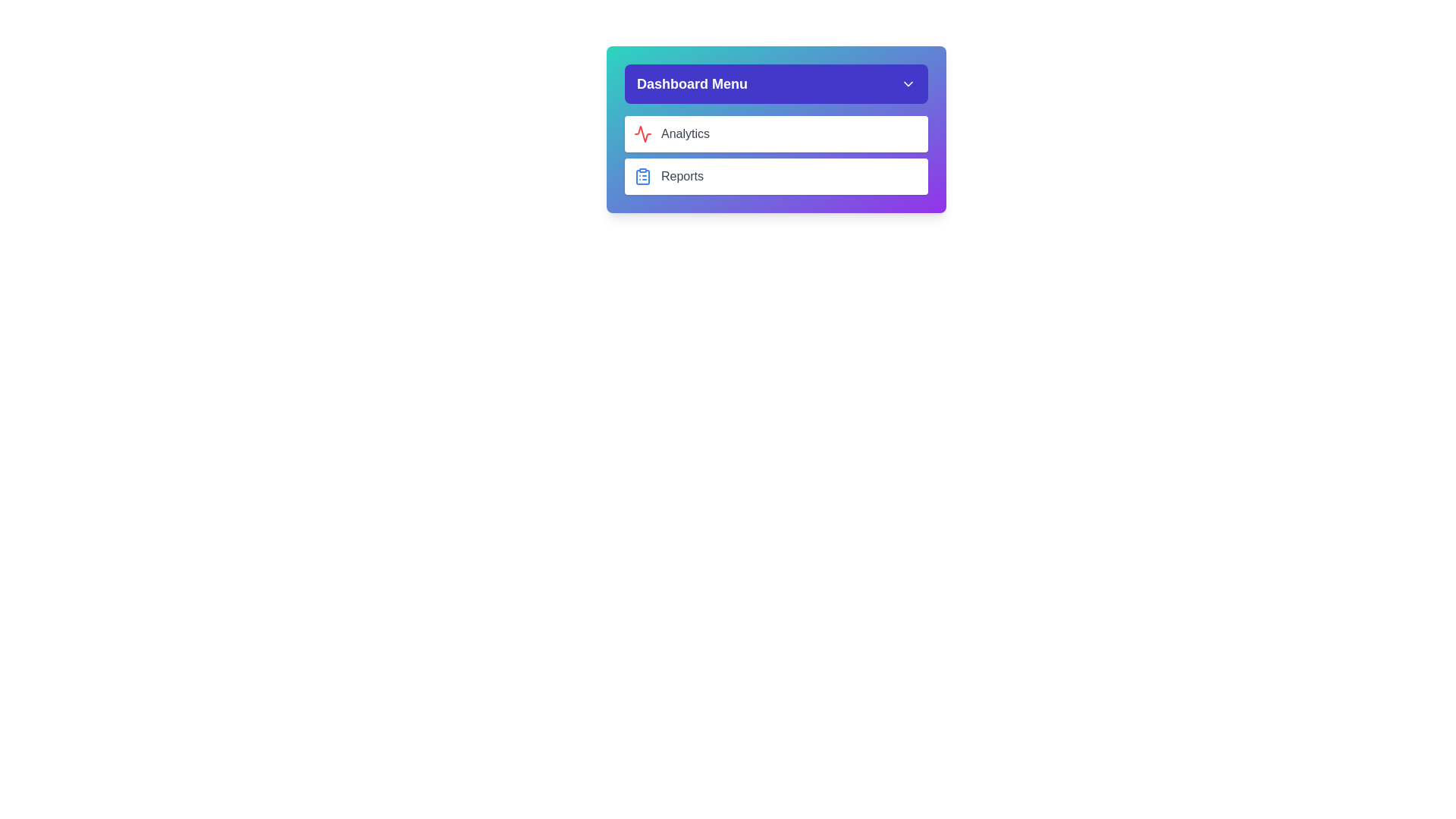 The width and height of the screenshot is (1456, 819). Describe the element at coordinates (908, 84) in the screenshot. I see `the Chevron Down icon located at the top-right corner of the 'Dashboard Menu'` at that location.